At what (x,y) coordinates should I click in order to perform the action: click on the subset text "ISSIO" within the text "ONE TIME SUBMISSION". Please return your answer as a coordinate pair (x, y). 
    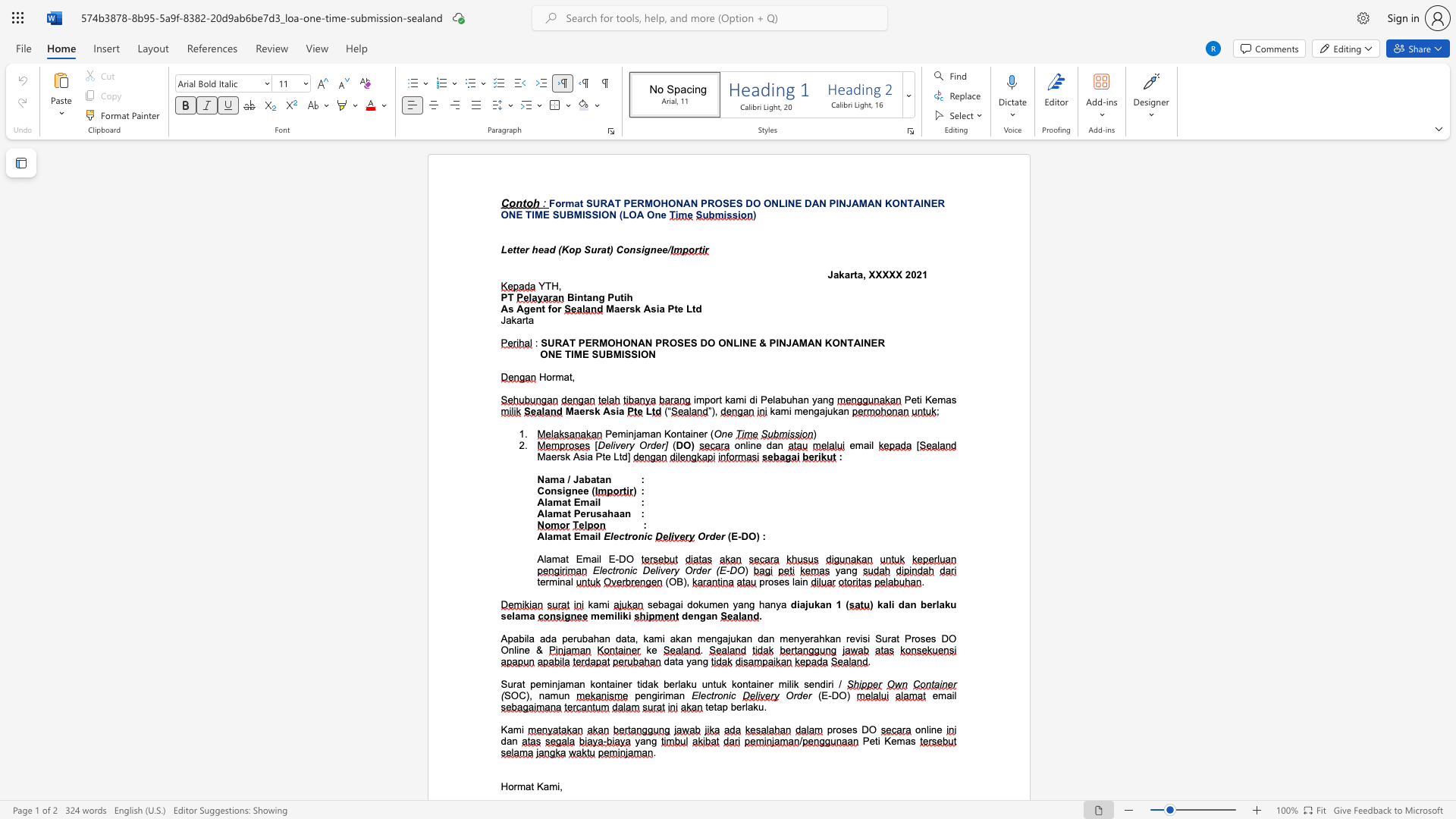
    Looking at the image, I should click on (621, 354).